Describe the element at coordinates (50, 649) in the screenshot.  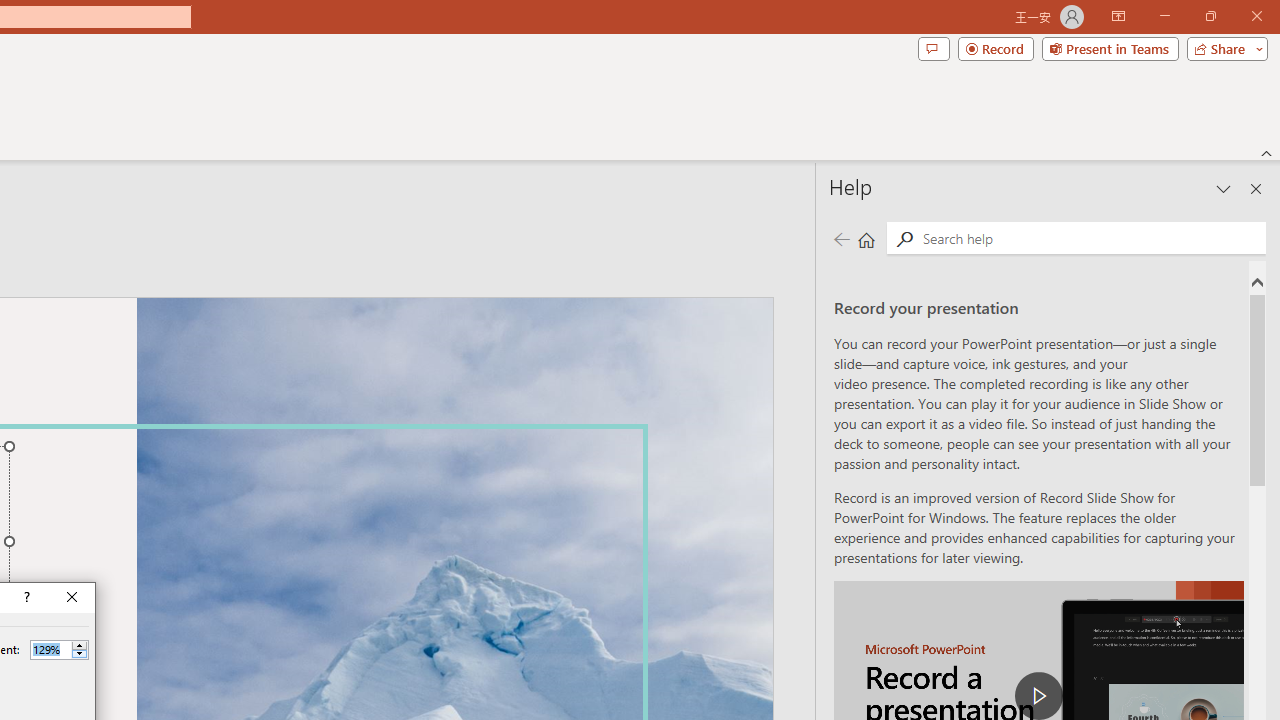
I see `'Percent'` at that location.